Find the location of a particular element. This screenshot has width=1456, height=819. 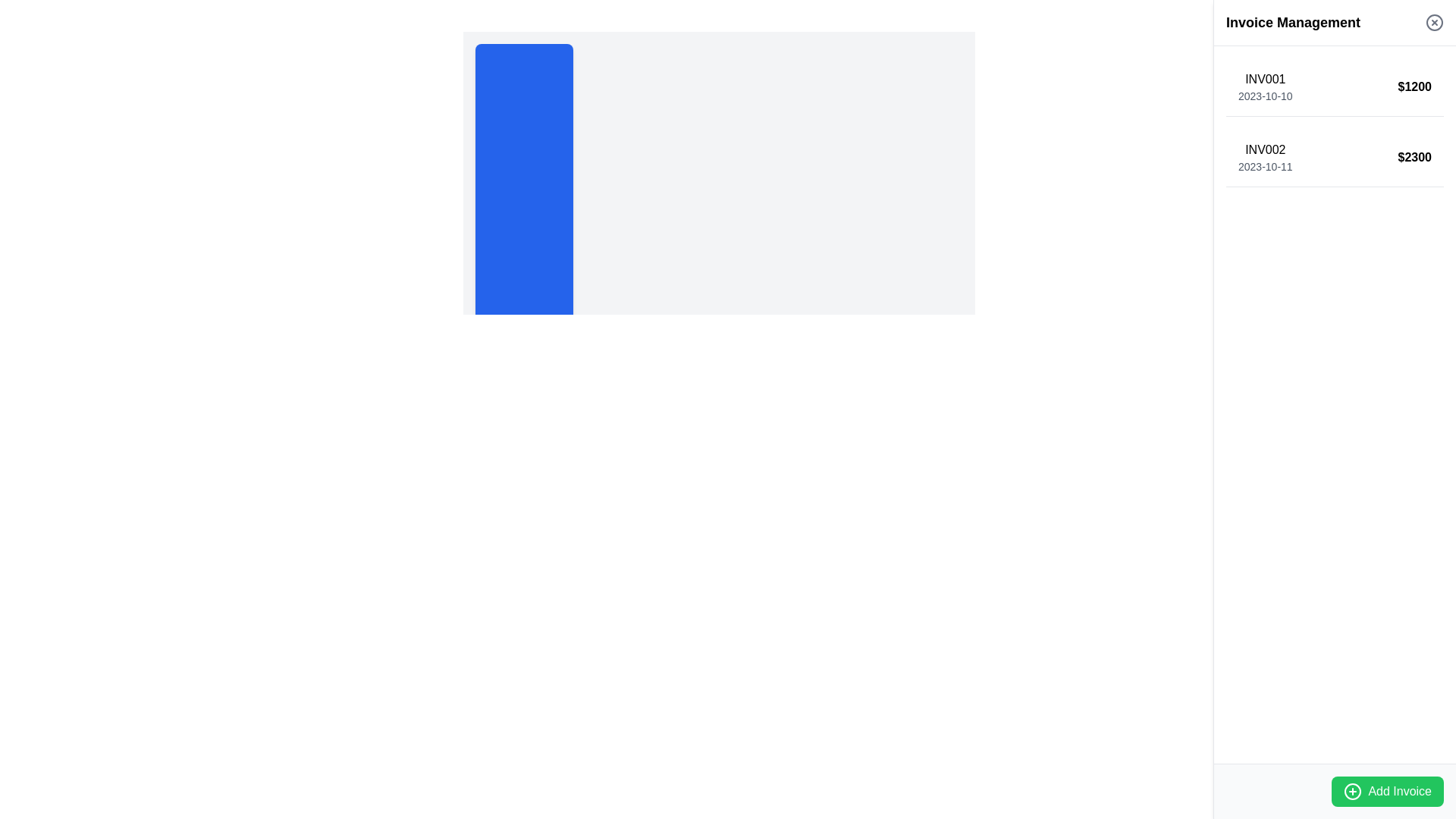

the close button in the top-right corner of the 'Invoice Management' header section is located at coordinates (1433, 23).